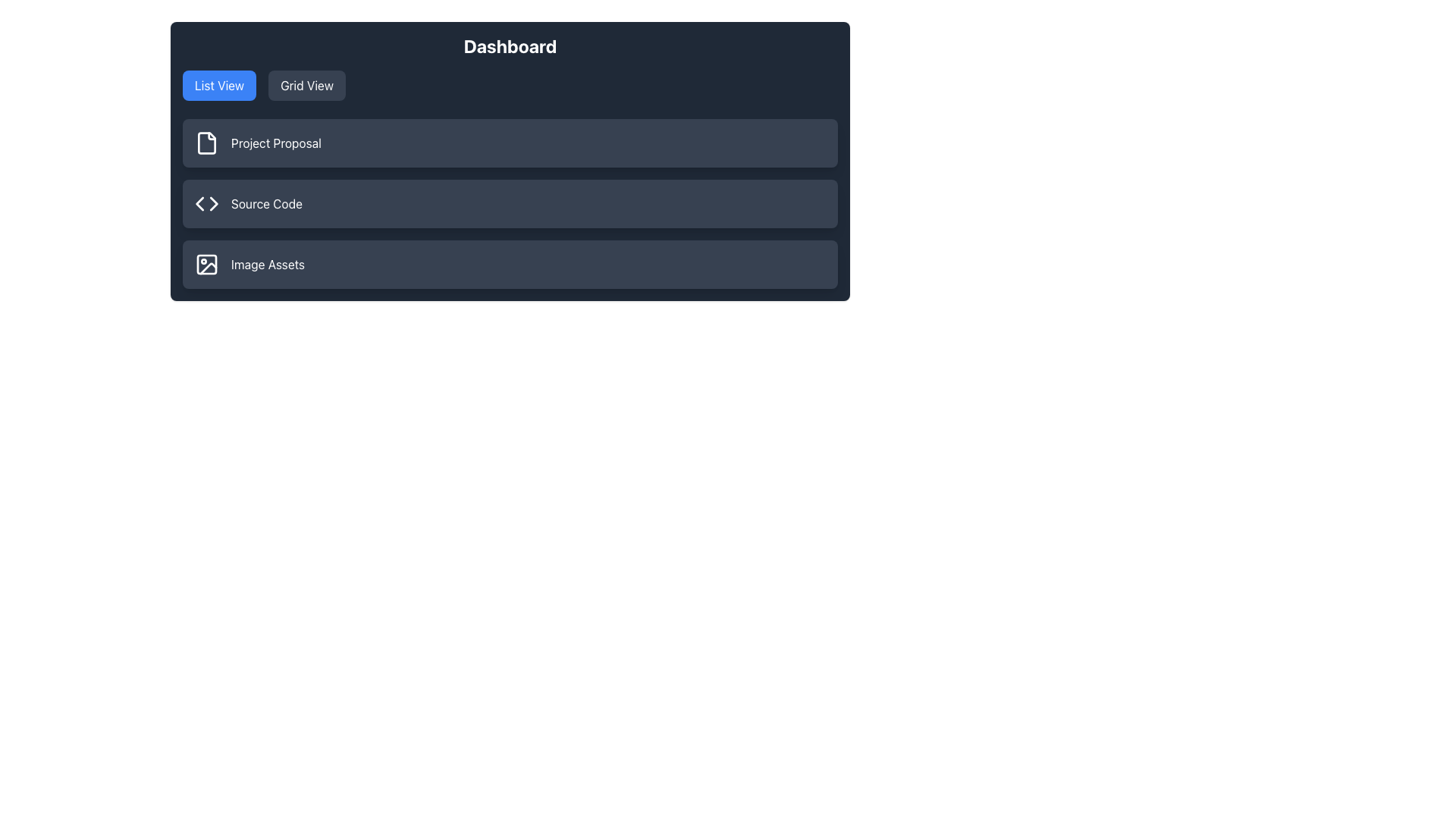 This screenshot has width=1456, height=819. Describe the element at coordinates (306, 85) in the screenshot. I see `the grid view button, the second button in a group of two located near the top of the interface to the right of the 'List View' button` at that location.